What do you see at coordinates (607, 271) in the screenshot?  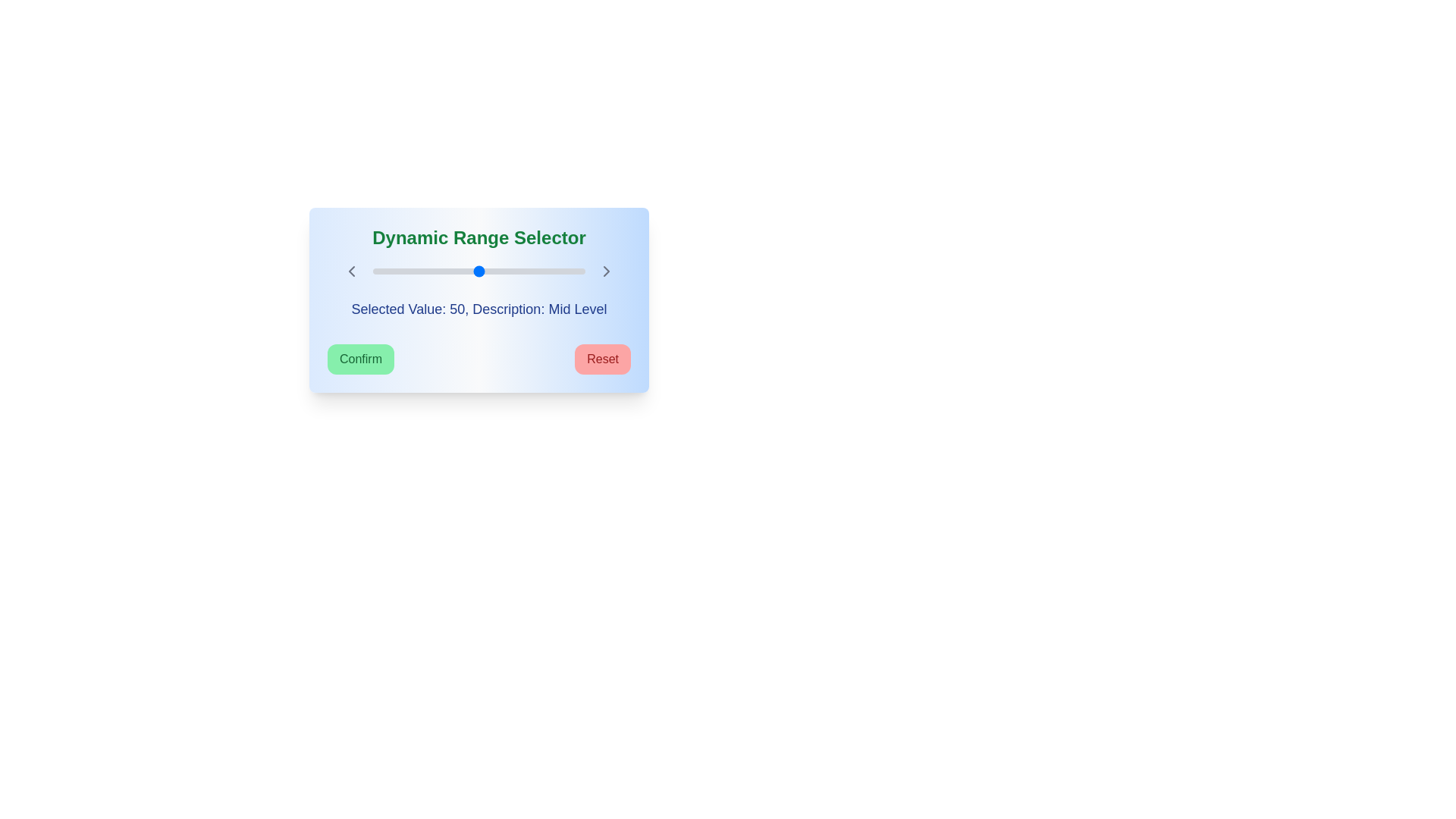 I see `the chevron right arrow SVG icon` at bounding box center [607, 271].